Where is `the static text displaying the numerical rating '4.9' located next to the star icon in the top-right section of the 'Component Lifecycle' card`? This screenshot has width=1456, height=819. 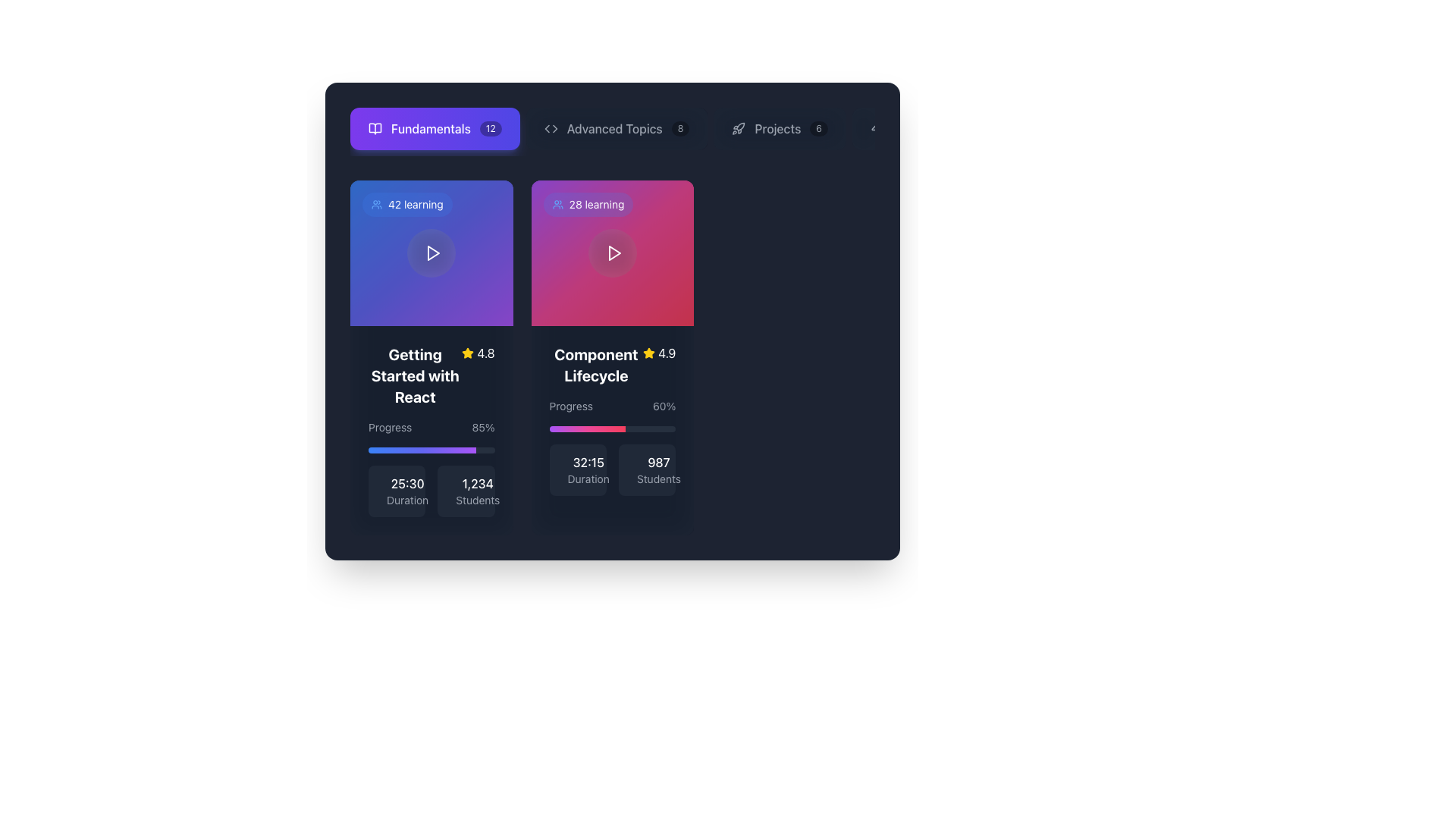 the static text displaying the numerical rating '4.9' located next to the star icon in the top-right section of the 'Component Lifecycle' card is located at coordinates (667, 353).